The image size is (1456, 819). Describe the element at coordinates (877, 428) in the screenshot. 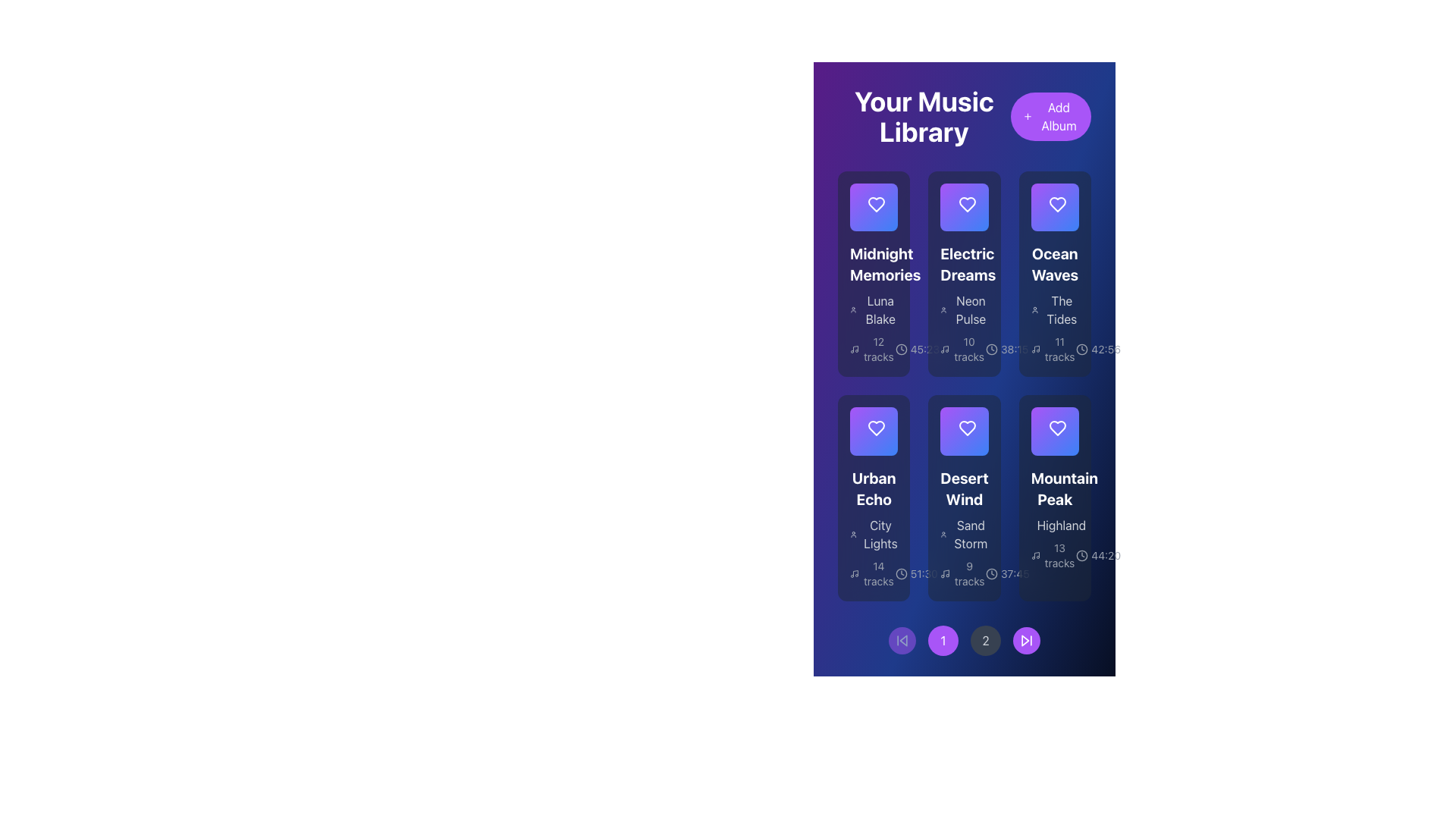

I see `the heart-shaped icon with a white outline located at the top-center of the 'Urban Echo' album card to favorite/unfavorite the album` at that location.